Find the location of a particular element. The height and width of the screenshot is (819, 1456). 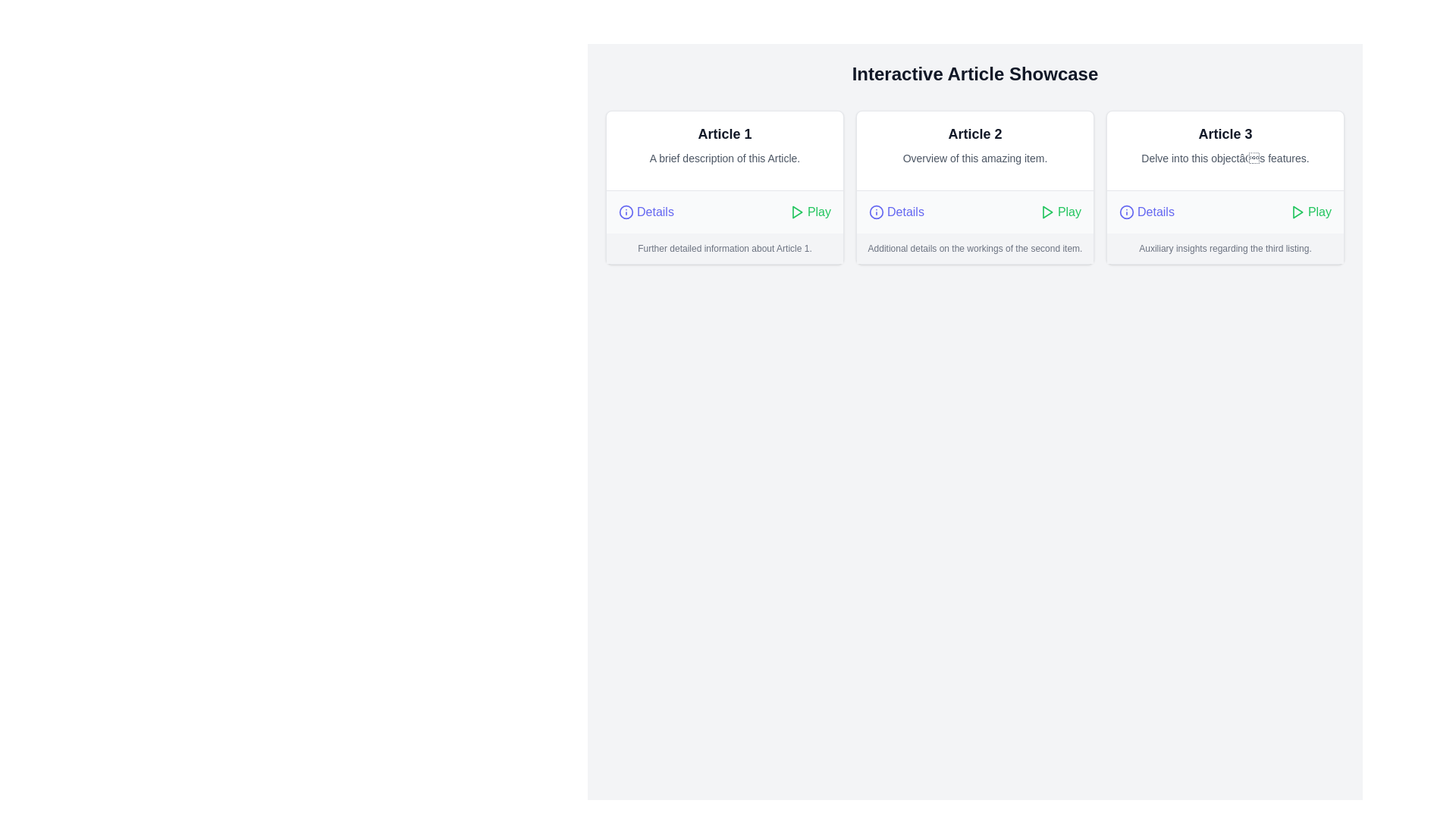

the decorative vector graphic (SVG) circle is located at coordinates (877, 212).